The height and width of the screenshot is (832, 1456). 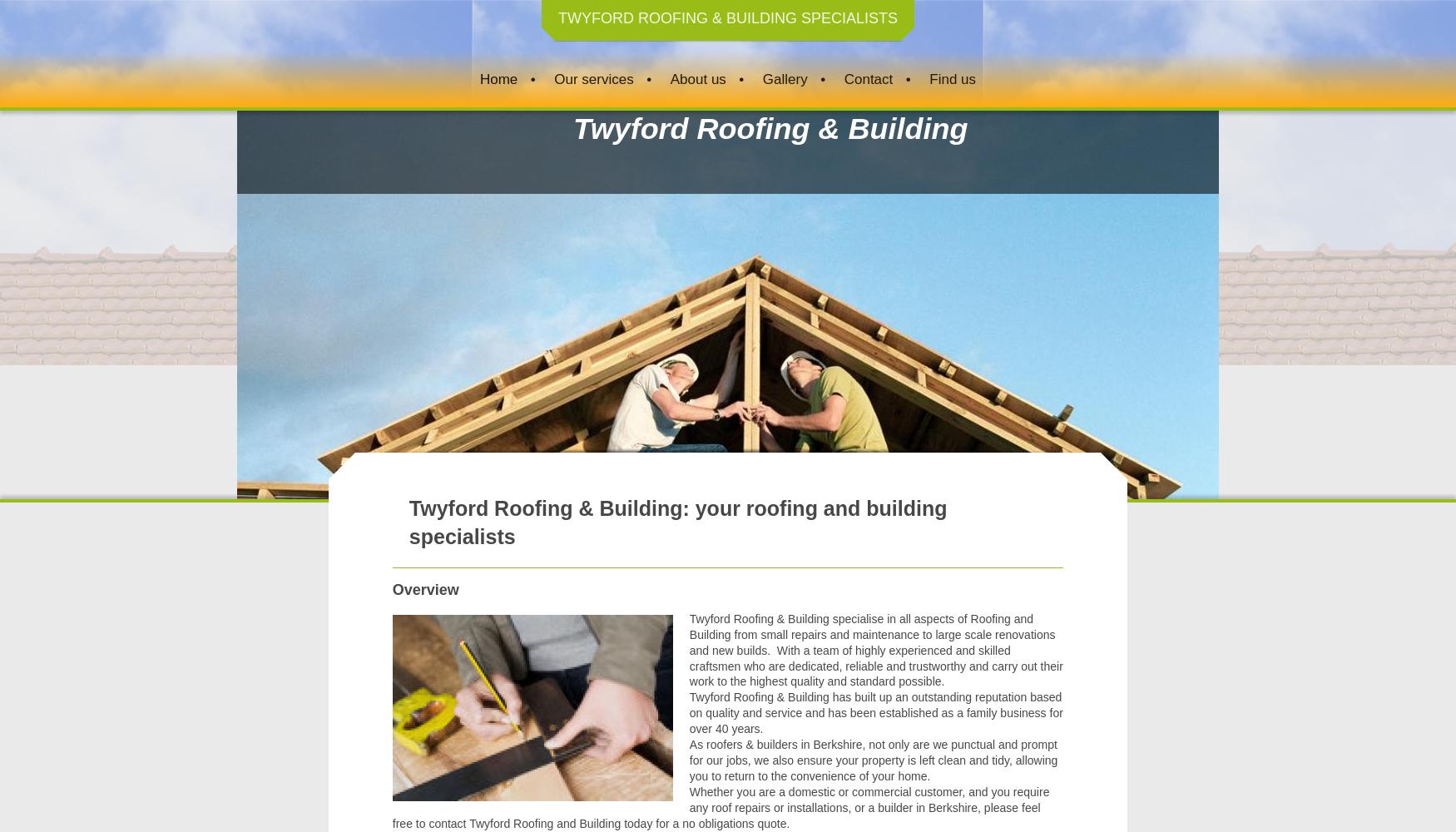 What do you see at coordinates (842, 77) in the screenshot?
I see `'Contact'` at bounding box center [842, 77].